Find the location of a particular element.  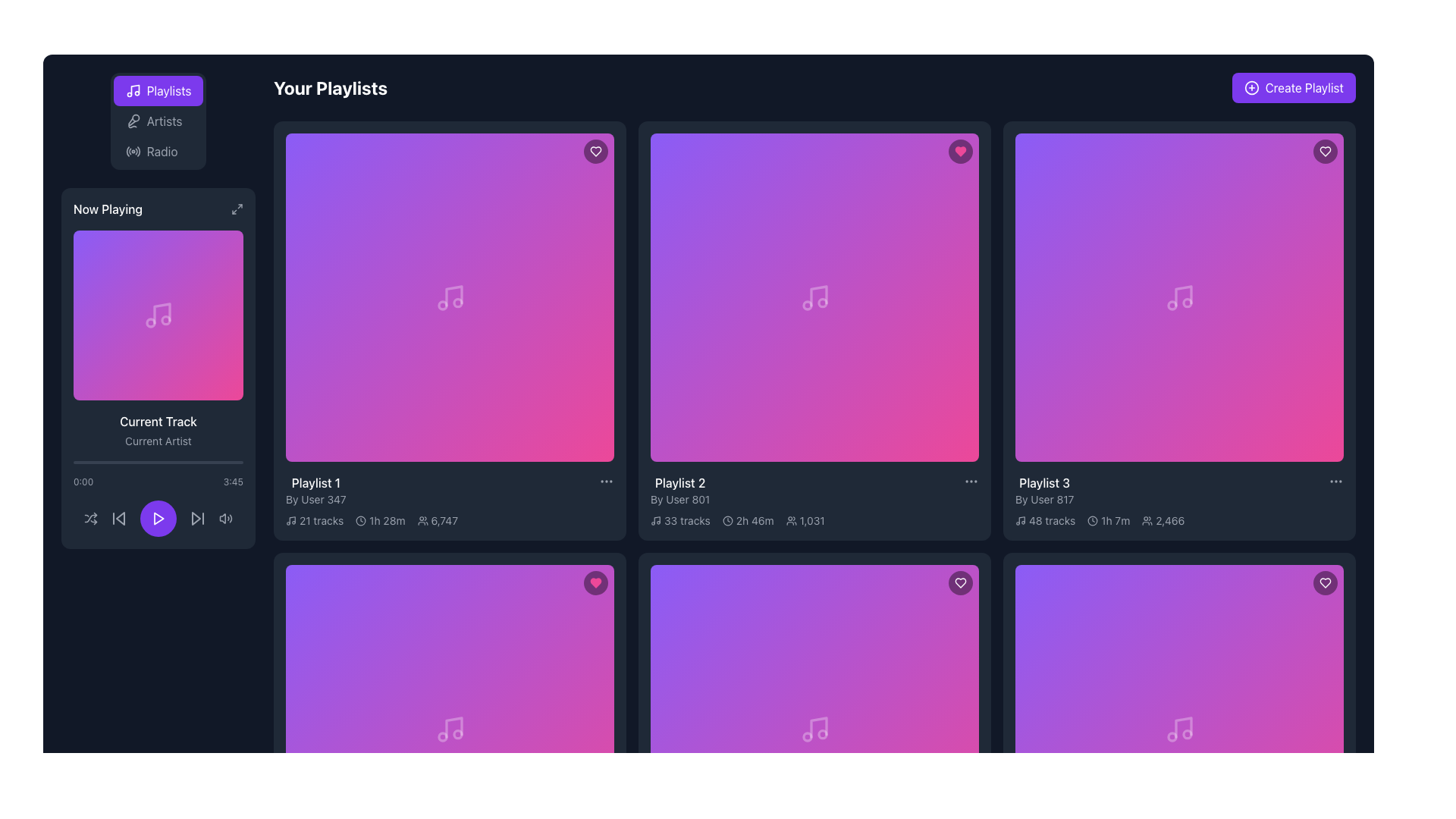

the music-related icon located at the center of the bottom-right card in the grid layout is located at coordinates (1178, 728).